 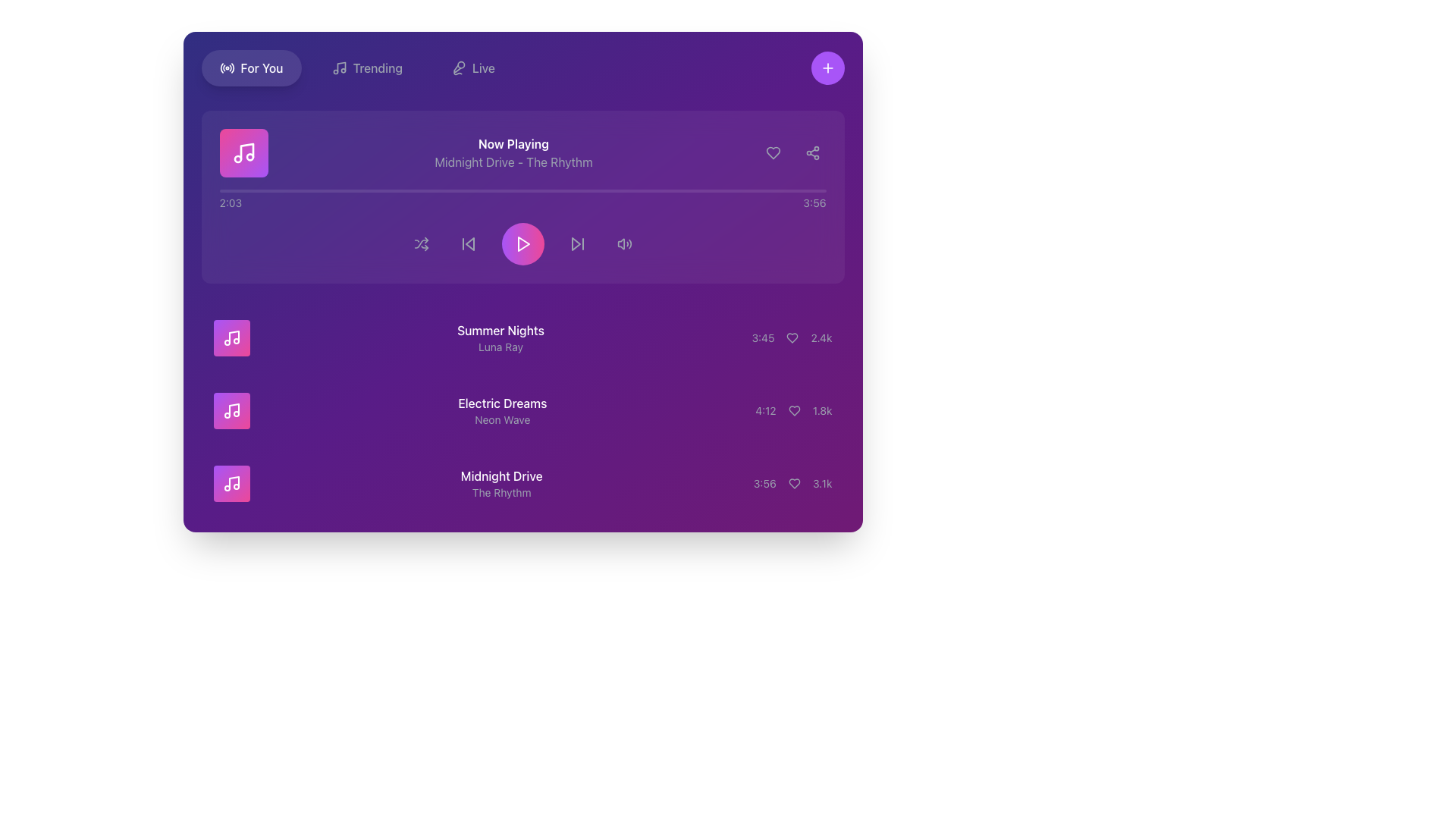 What do you see at coordinates (457, 67) in the screenshot?
I see `the microphone icon, which is the leftmost icon` at bounding box center [457, 67].